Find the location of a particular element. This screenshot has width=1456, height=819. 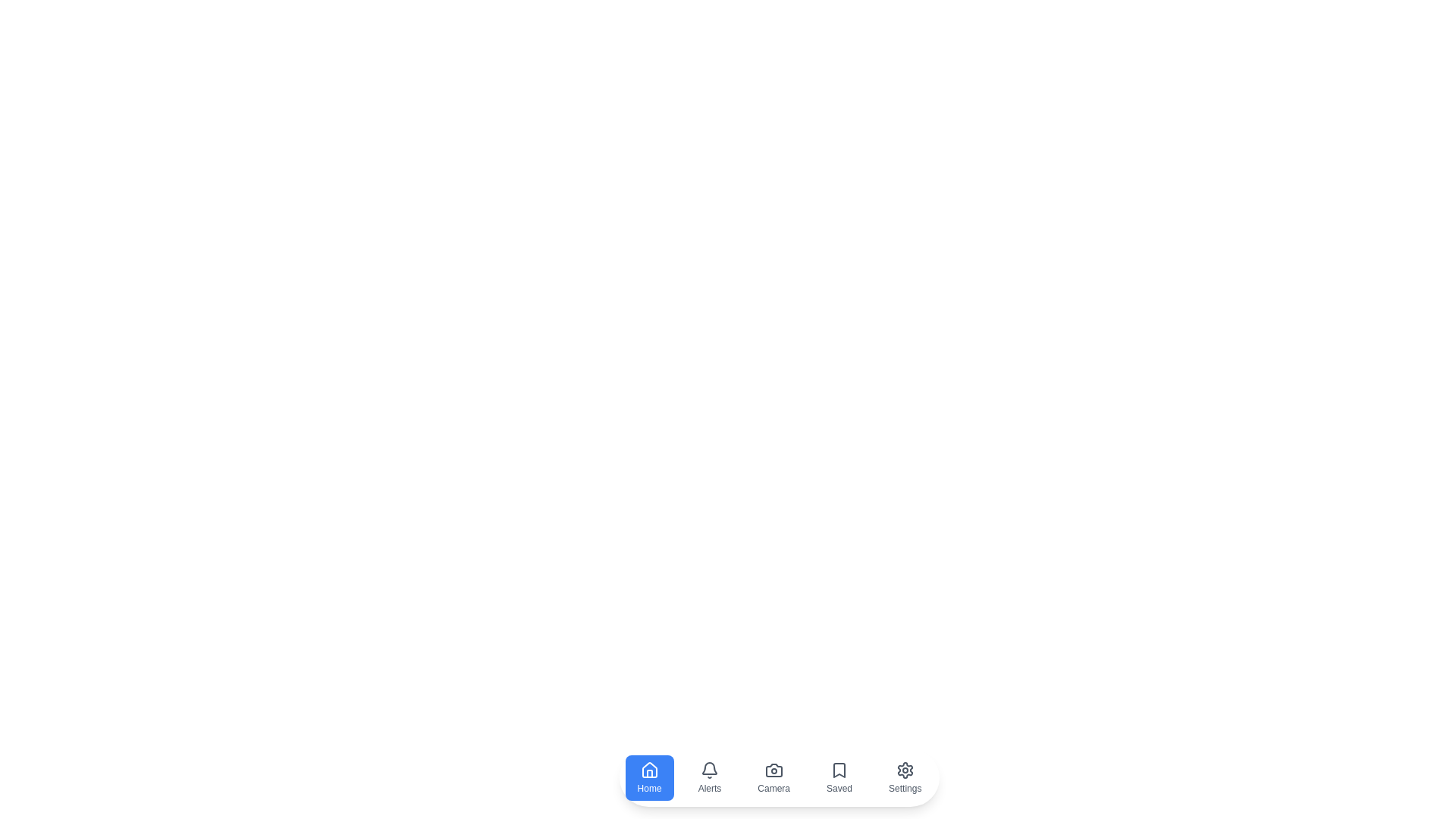

the Alerts icon in the bottom navigation bar is located at coordinates (709, 778).